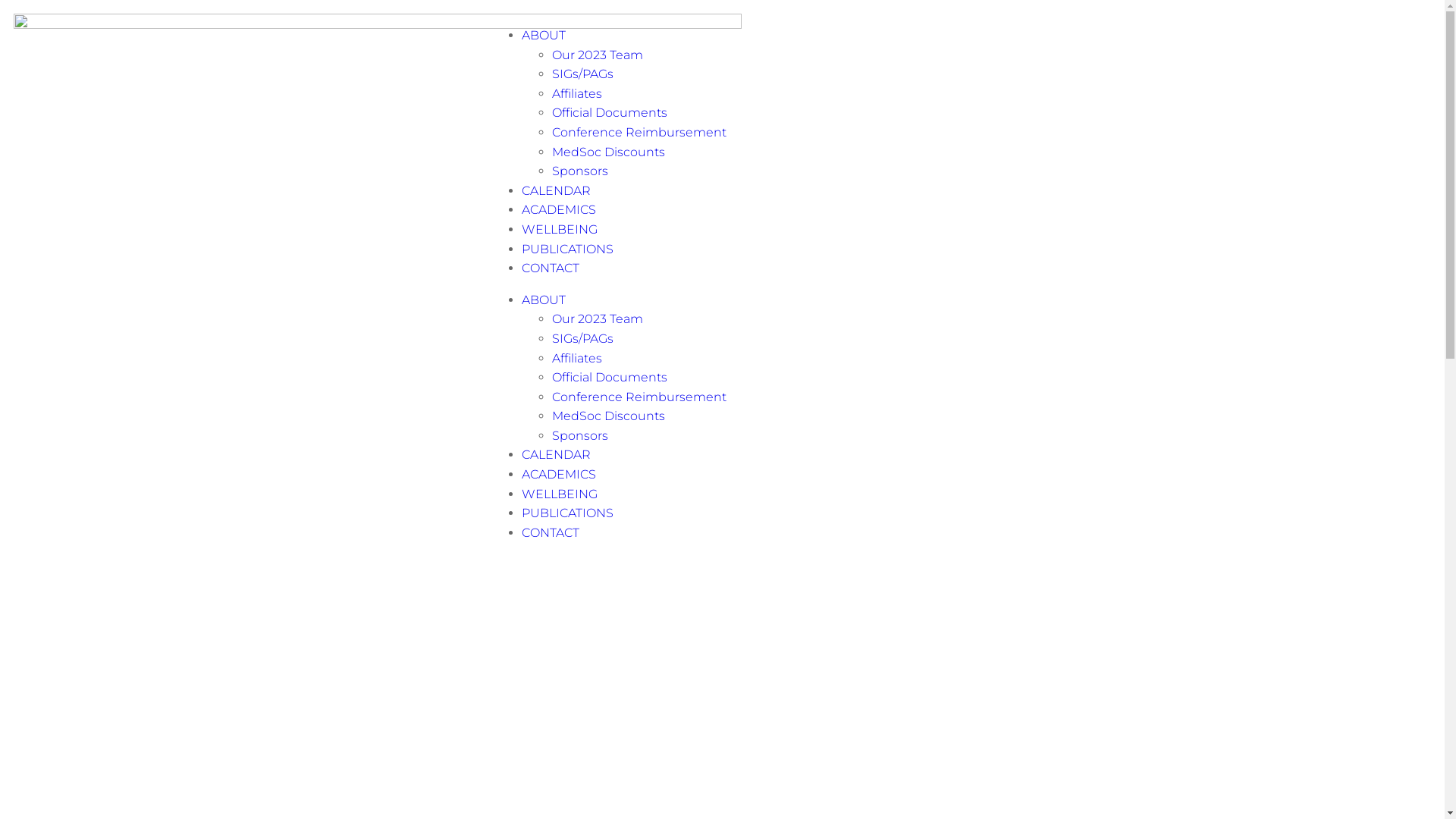 The image size is (1456, 819). What do you see at coordinates (549, 267) in the screenshot?
I see `'CONTACT'` at bounding box center [549, 267].